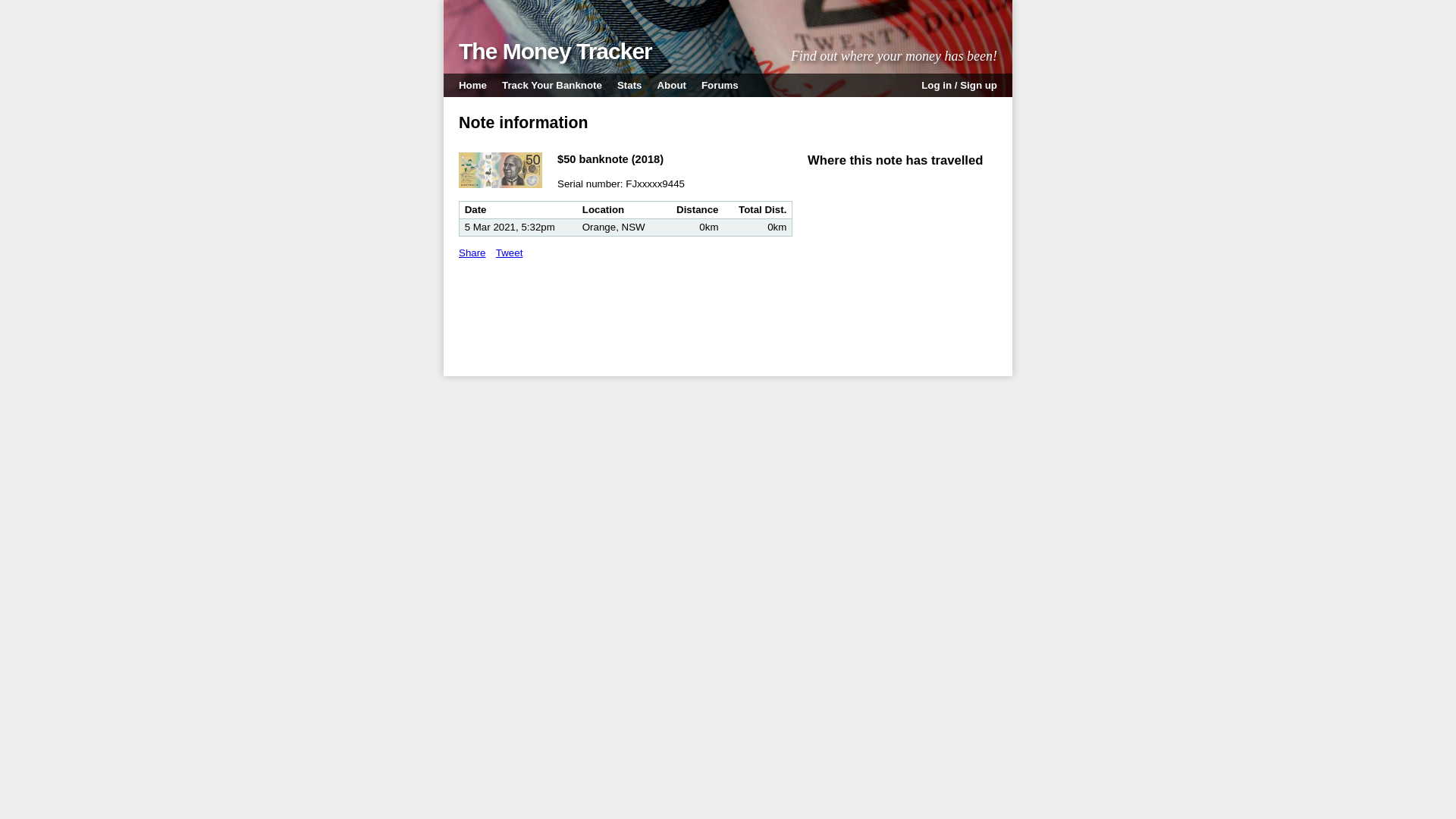 This screenshot has height=819, width=1456. What do you see at coordinates (629, 85) in the screenshot?
I see `'Stats'` at bounding box center [629, 85].